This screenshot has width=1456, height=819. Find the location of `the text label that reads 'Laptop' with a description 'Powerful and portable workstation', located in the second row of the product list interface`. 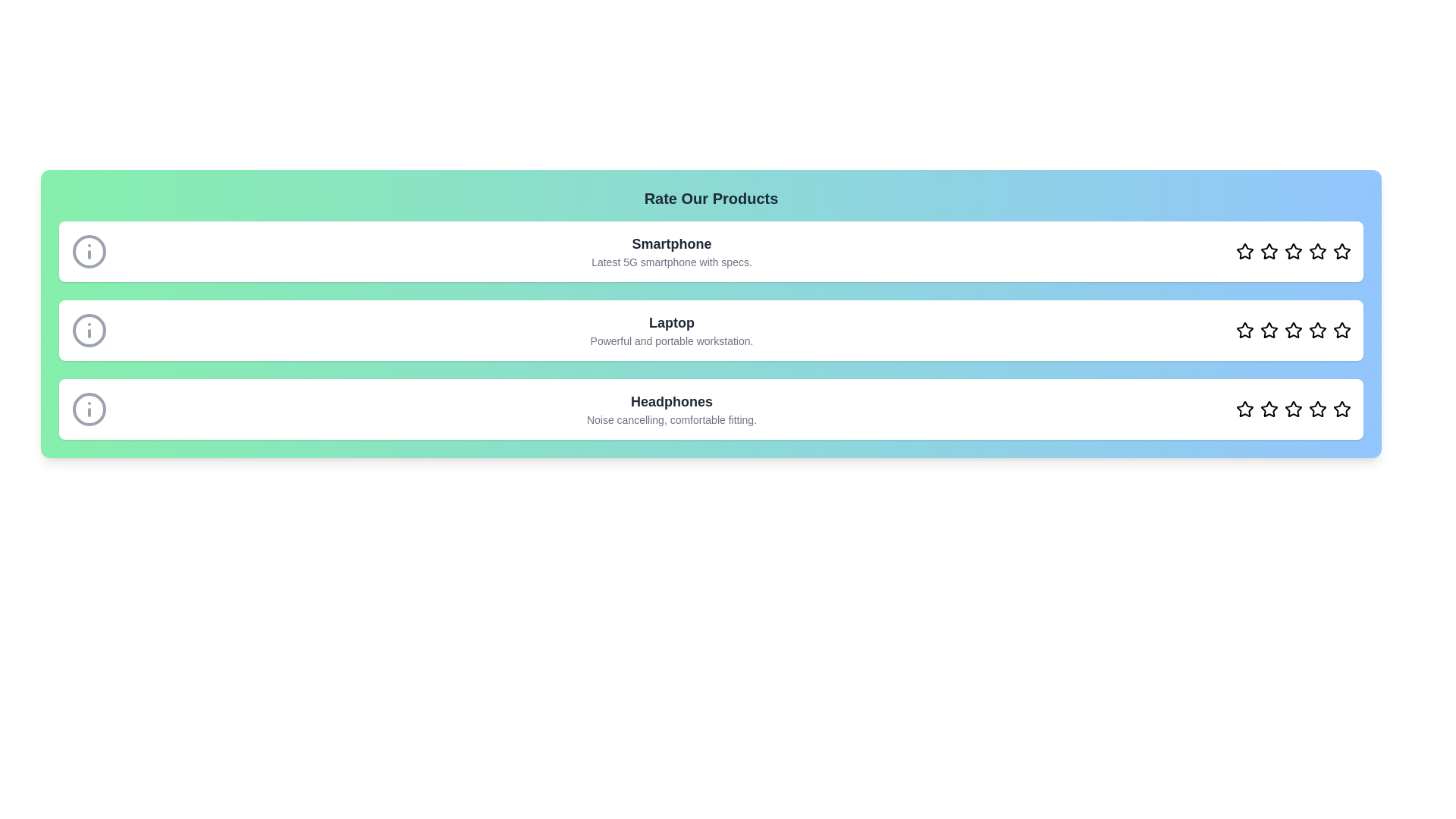

the text label that reads 'Laptop' with a description 'Powerful and portable workstation', located in the second row of the product list interface is located at coordinates (671, 329).